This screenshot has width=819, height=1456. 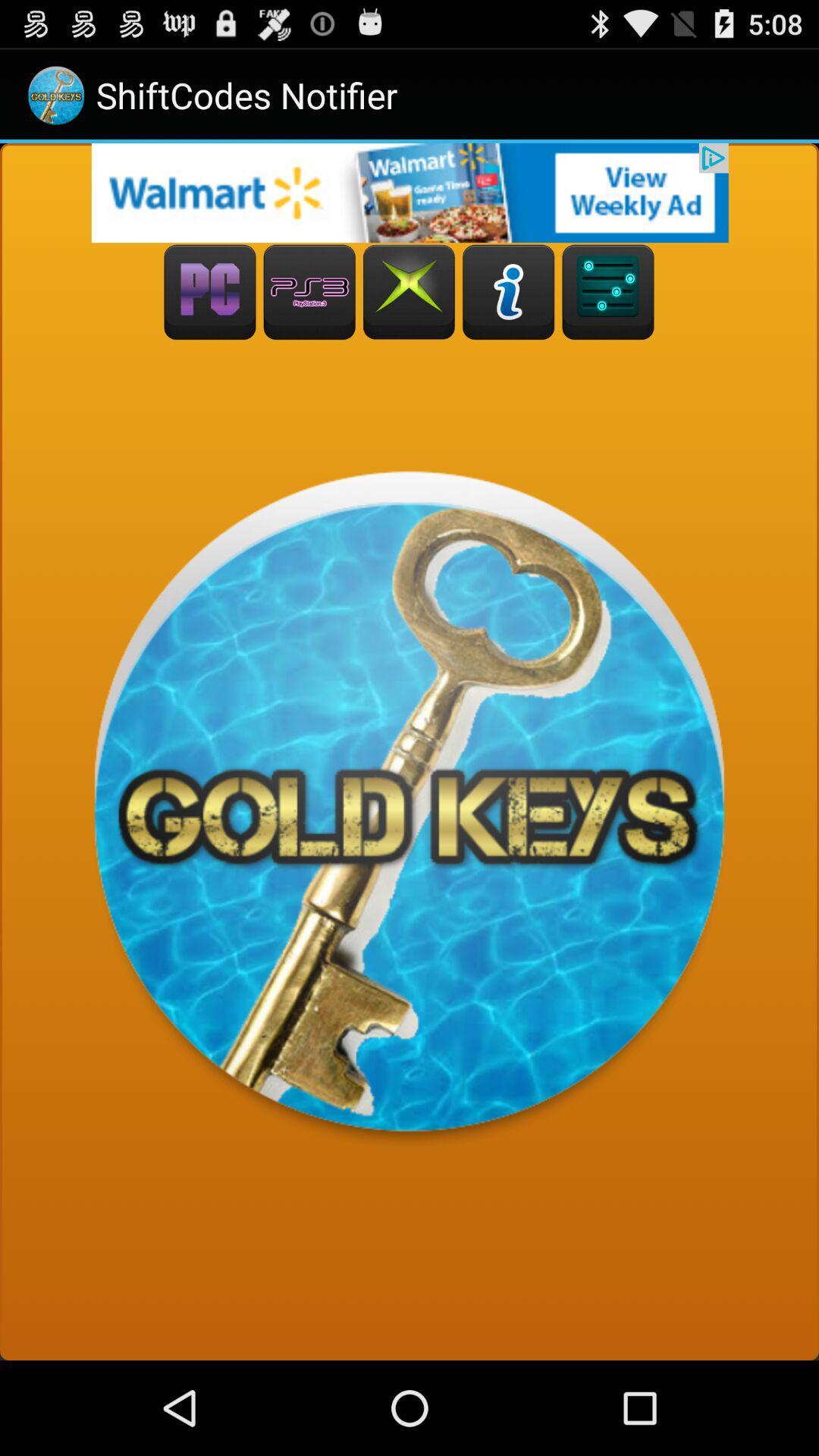 What do you see at coordinates (309, 292) in the screenshot?
I see `click option` at bounding box center [309, 292].